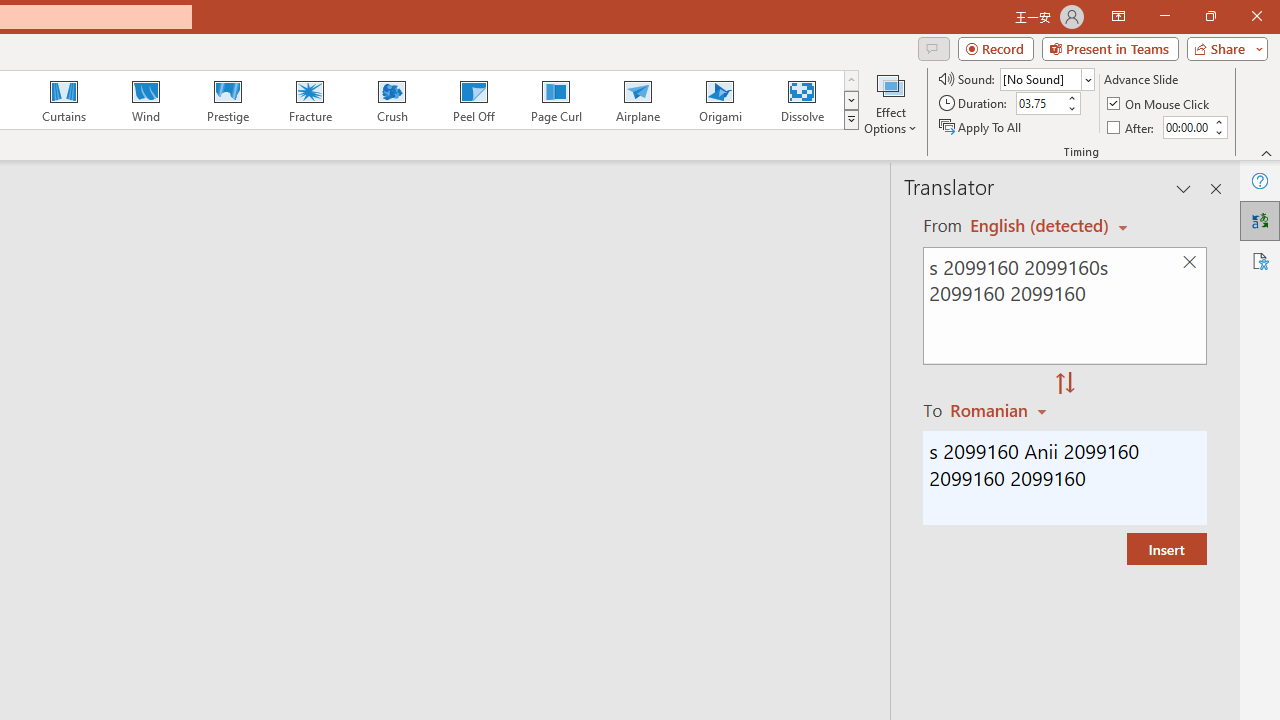 The height and width of the screenshot is (720, 1280). Describe the element at coordinates (144, 100) in the screenshot. I see `'Wind'` at that location.